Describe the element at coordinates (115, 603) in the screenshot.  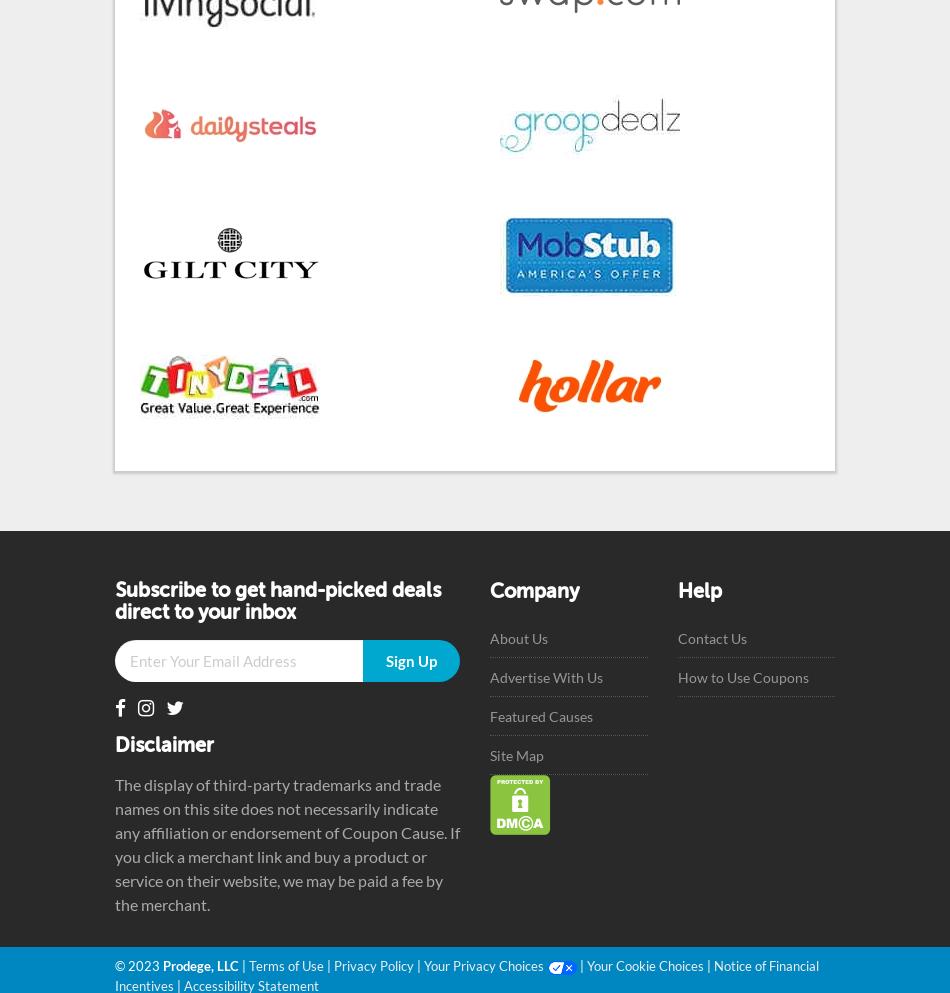
I see `'Subscribe to get hand-picked deals direct to your inbox'` at that location.